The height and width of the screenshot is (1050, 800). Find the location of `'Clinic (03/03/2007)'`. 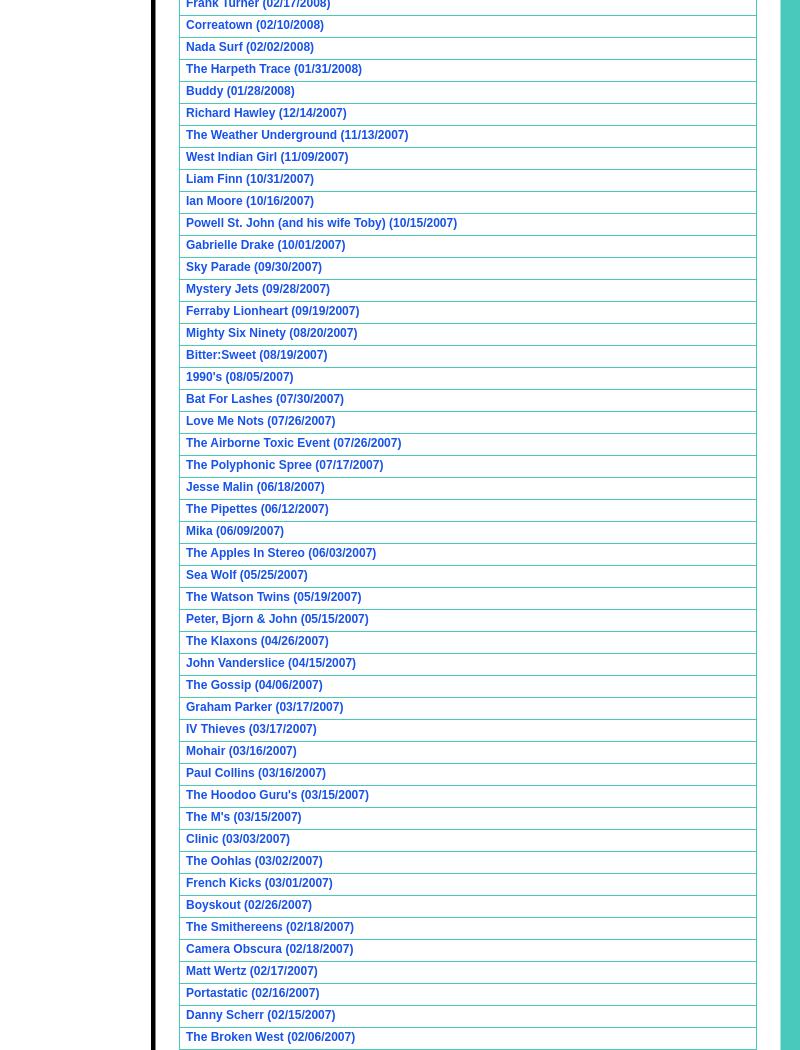

'Clinic (03/03/2007)' is located at coordinates (237, 838).